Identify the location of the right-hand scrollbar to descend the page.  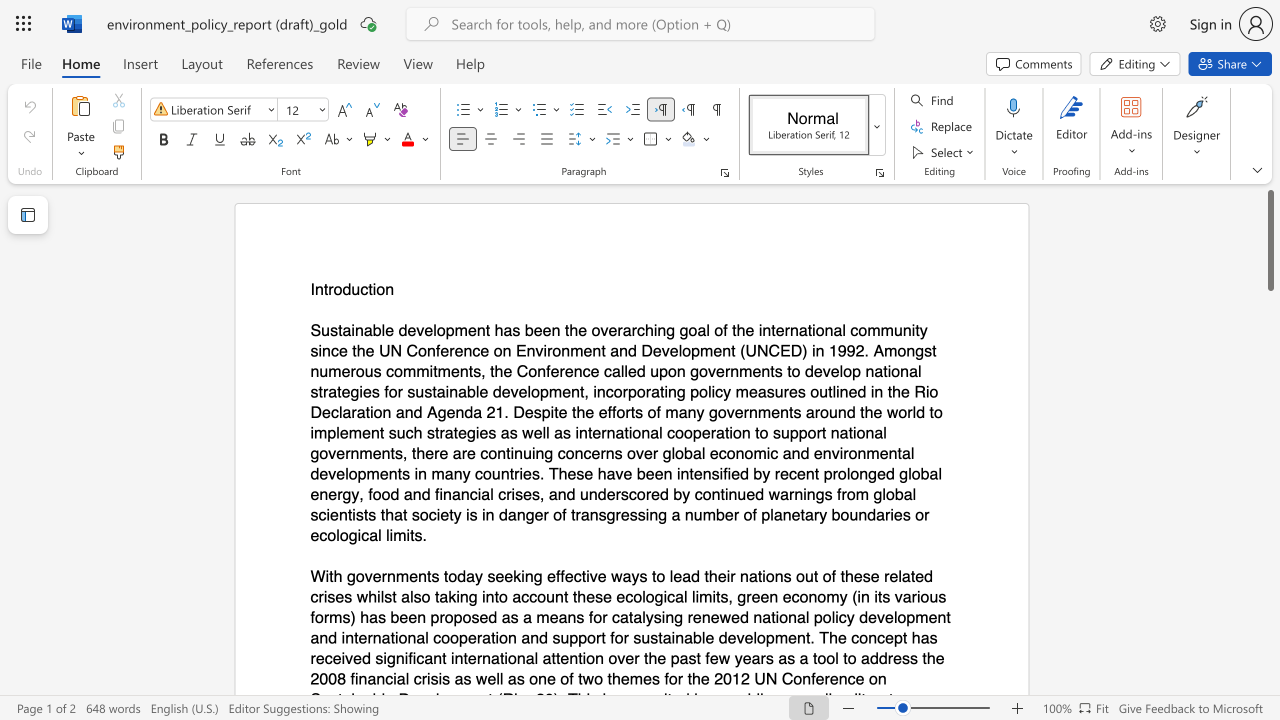
(1269, 318).